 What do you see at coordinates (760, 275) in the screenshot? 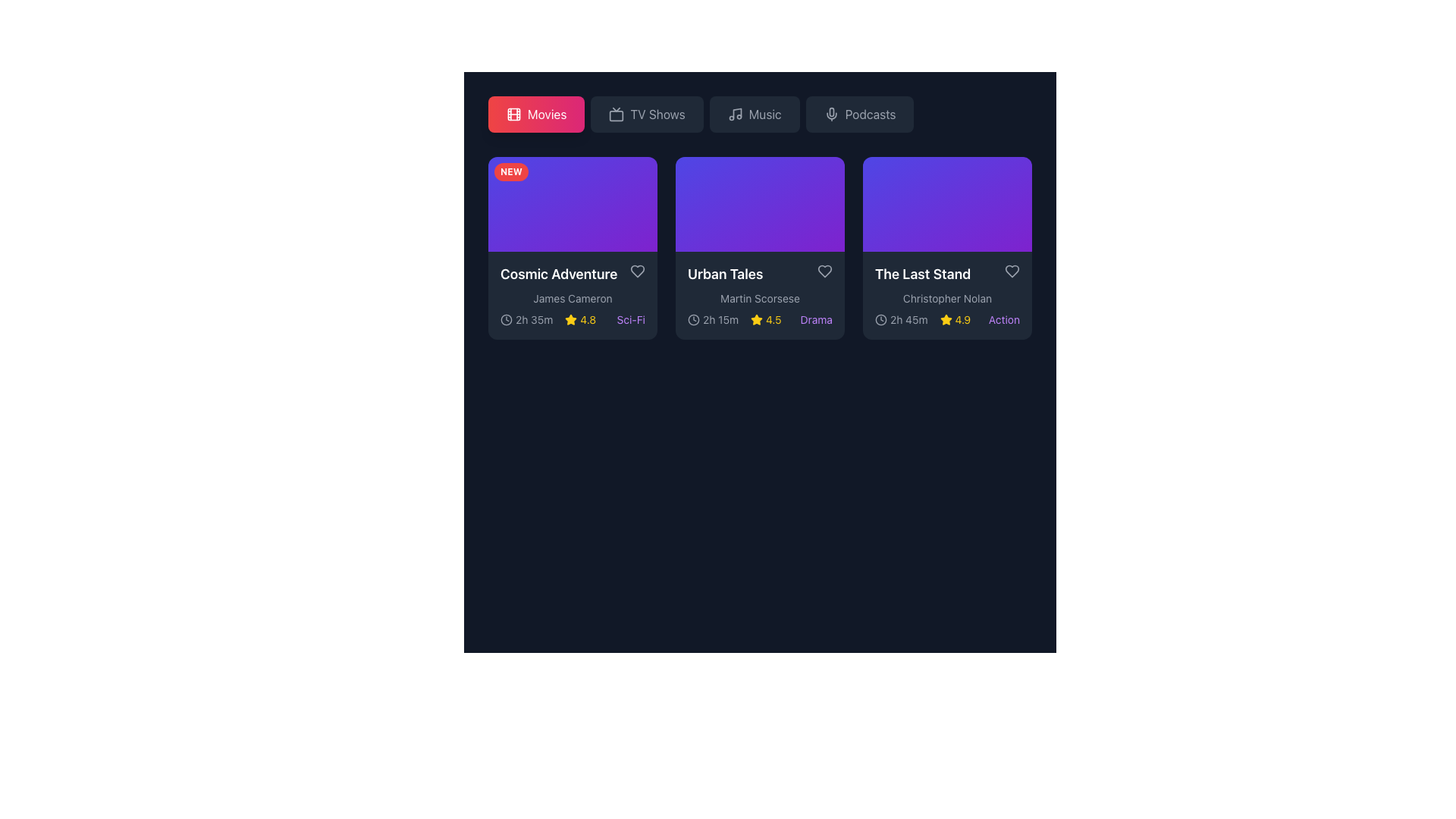
I see `text label titled 'Urban Tales', which is prominently displayed in white against a dark background on the second card in the 'Movies' category` at bounding box center [760, 275].